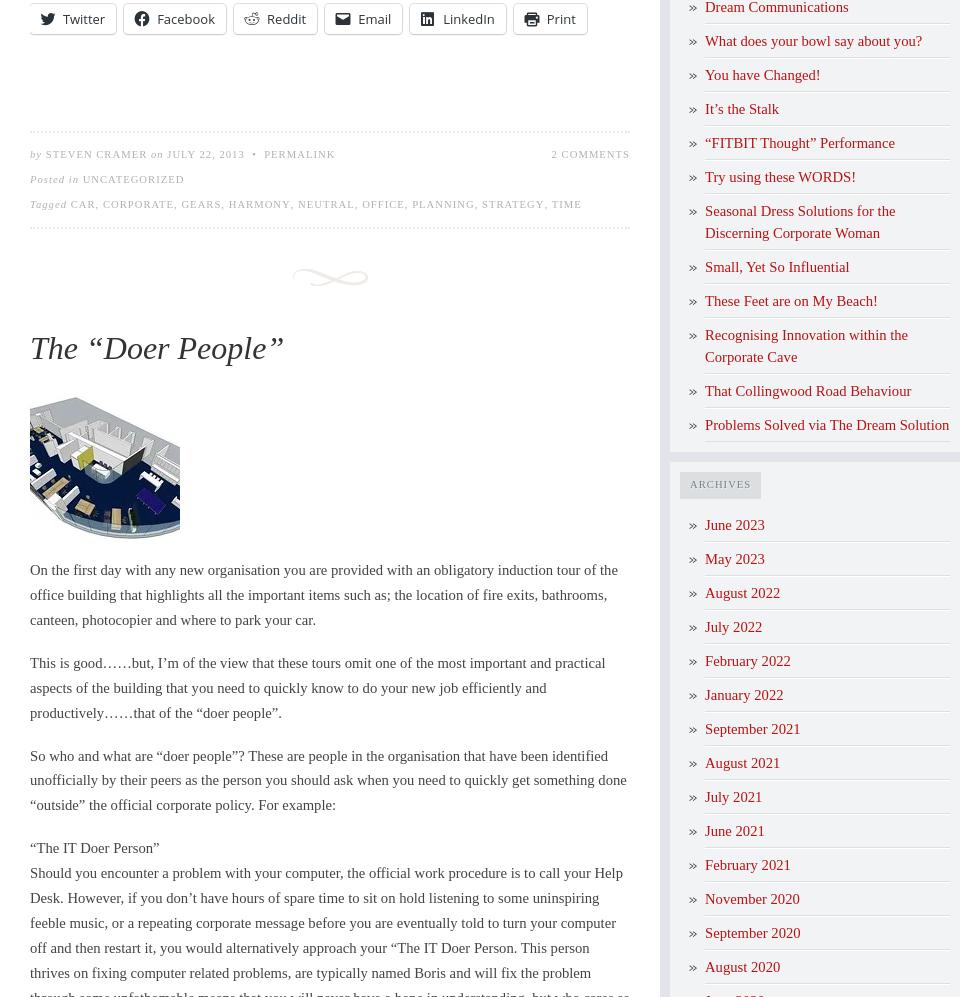 This screenshot has height=997, width=960. What do you see at coordinates (705, 107) in the screenshot?
I see `'It’s the Stalk'` at bounding box center [705, 107].